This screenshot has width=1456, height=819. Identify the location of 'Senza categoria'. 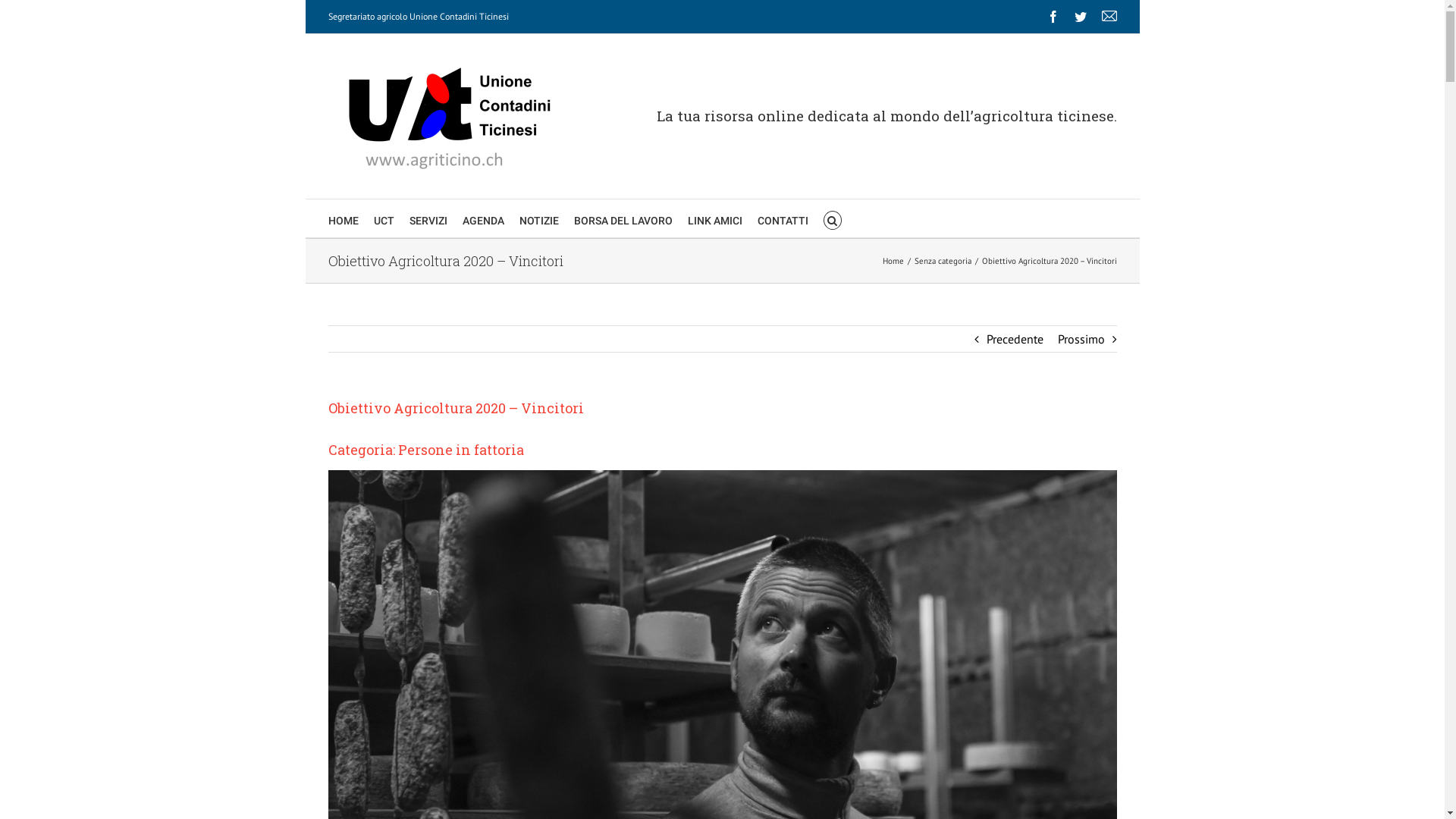
(942, 259).